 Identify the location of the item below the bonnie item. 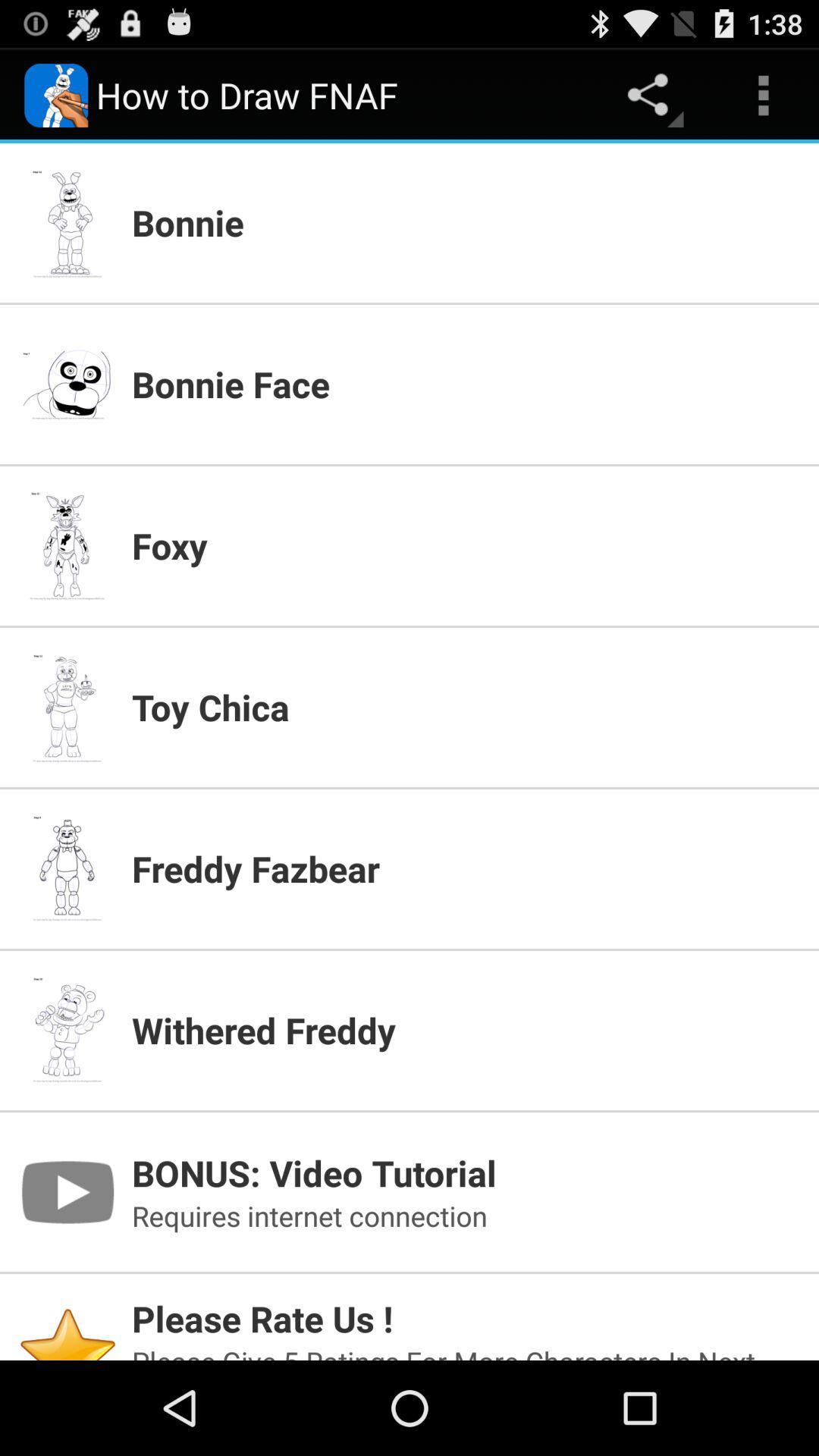
(465, 384).